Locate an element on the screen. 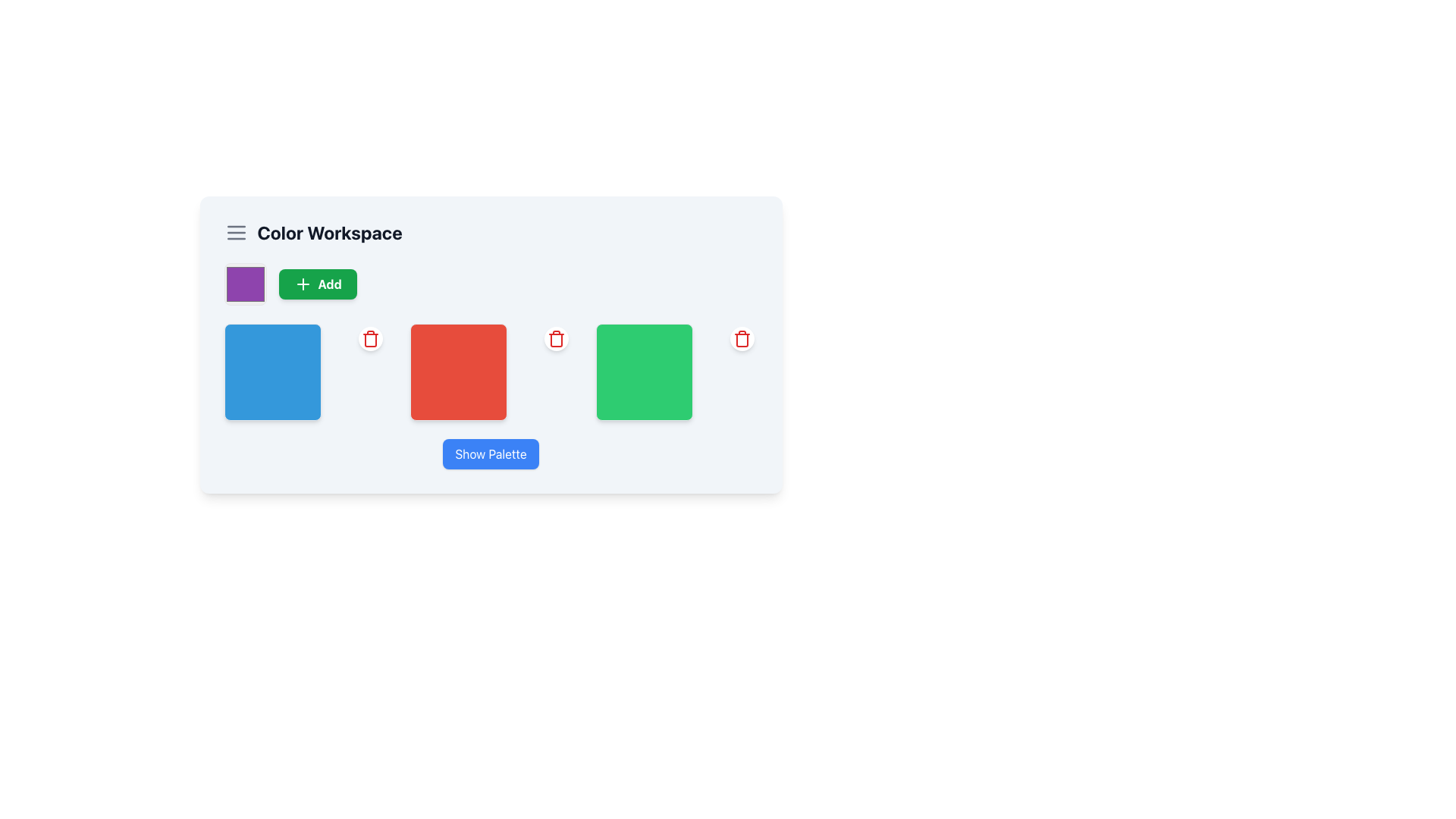 The width and height of the screenshot is (1456, 819). the 'Show Palette' button, which is a rectangular button with rounded corners, displaying white text on a blue background, located at the bottom-middle area of the interface is located at coordinates (491, 453).